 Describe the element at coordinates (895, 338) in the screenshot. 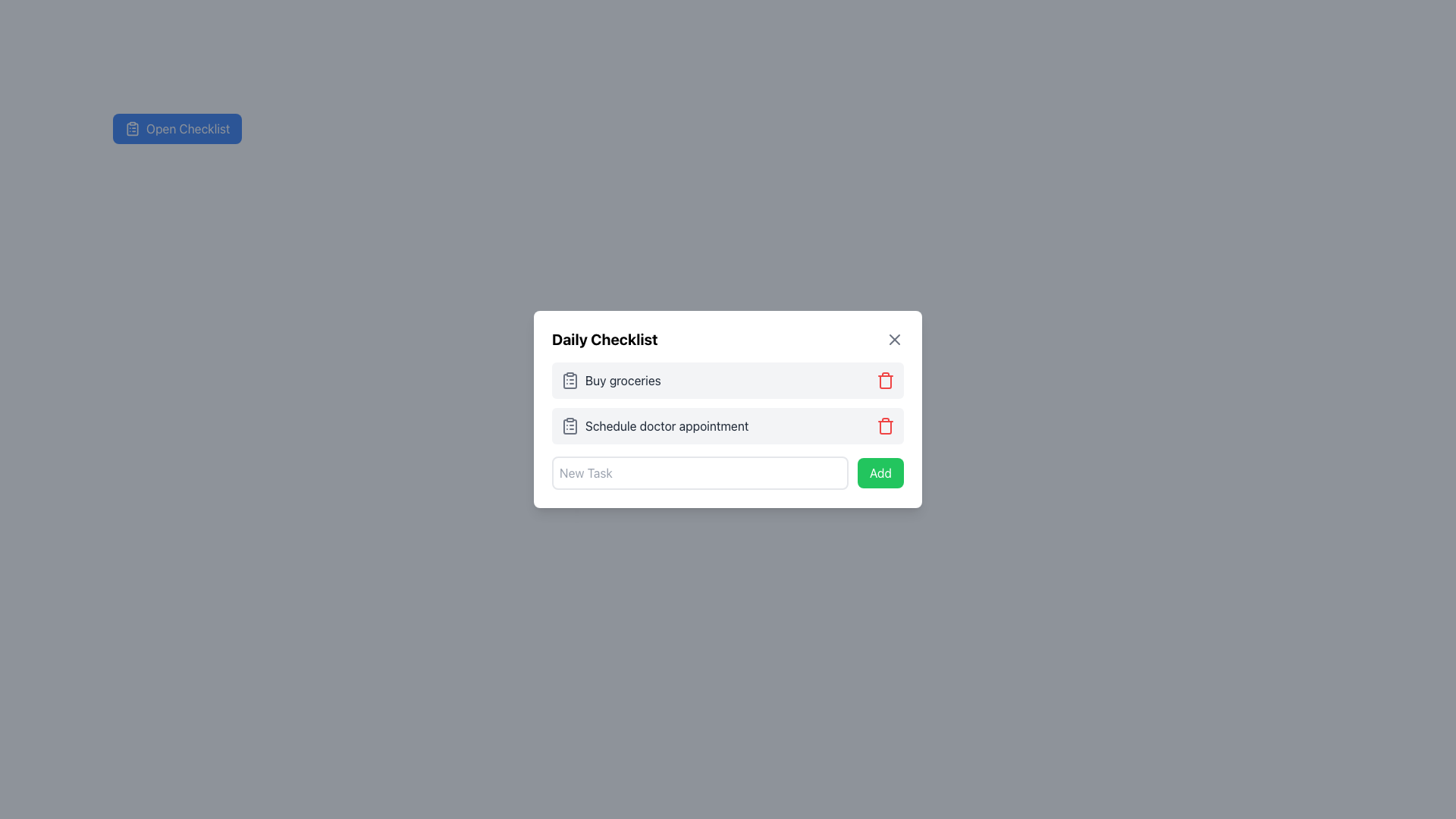

I see `the small square button with an 'X' icon in gray on a white background, located at the top-right corner of the 'Daily Checklist' panel` at that location.